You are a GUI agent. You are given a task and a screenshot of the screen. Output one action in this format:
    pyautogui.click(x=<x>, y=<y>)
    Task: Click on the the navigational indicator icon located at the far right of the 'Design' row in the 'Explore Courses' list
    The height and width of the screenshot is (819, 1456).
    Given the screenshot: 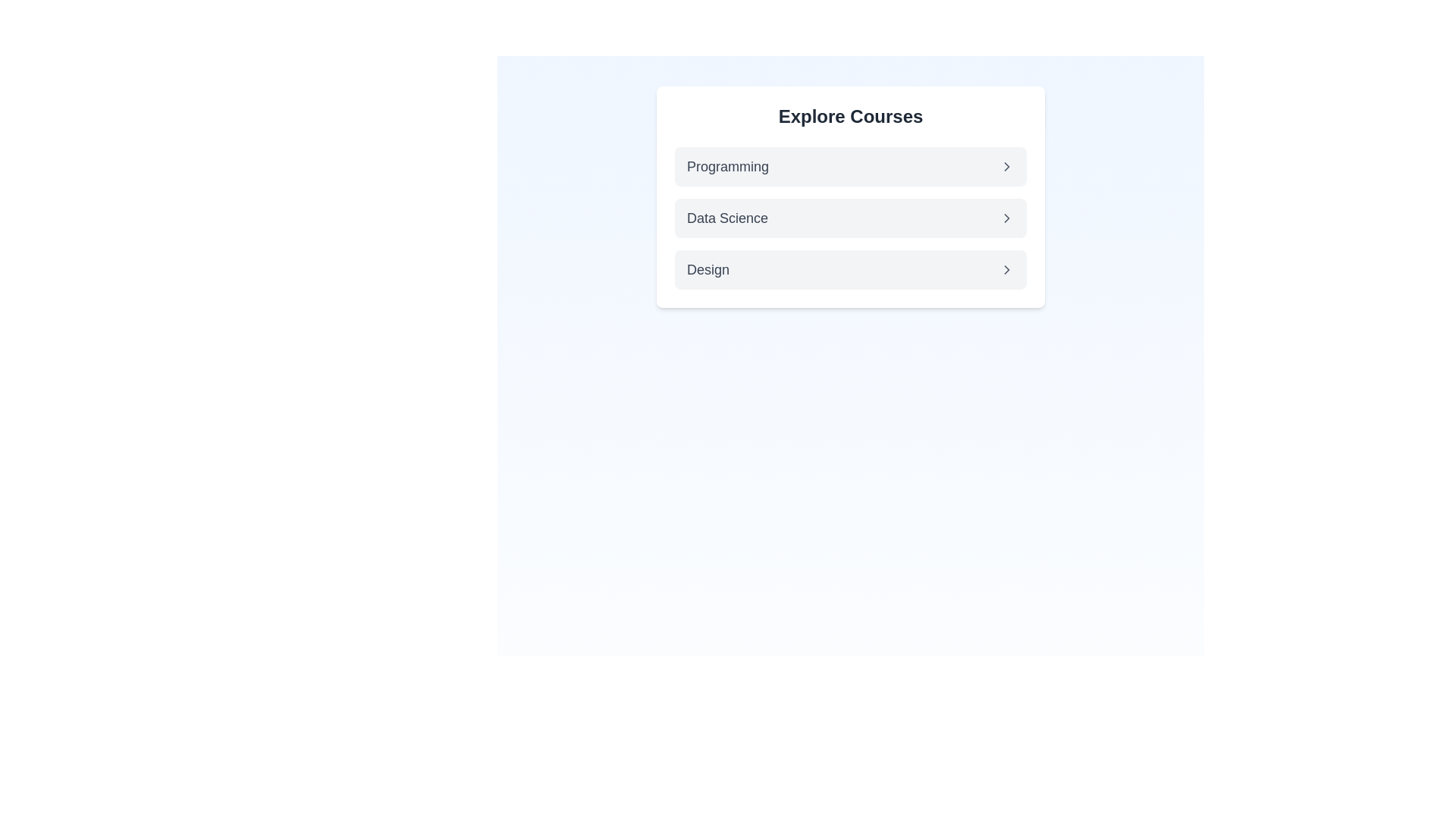 What is the action you would take?
    pyautogui.click(x=1007, y=268)
    